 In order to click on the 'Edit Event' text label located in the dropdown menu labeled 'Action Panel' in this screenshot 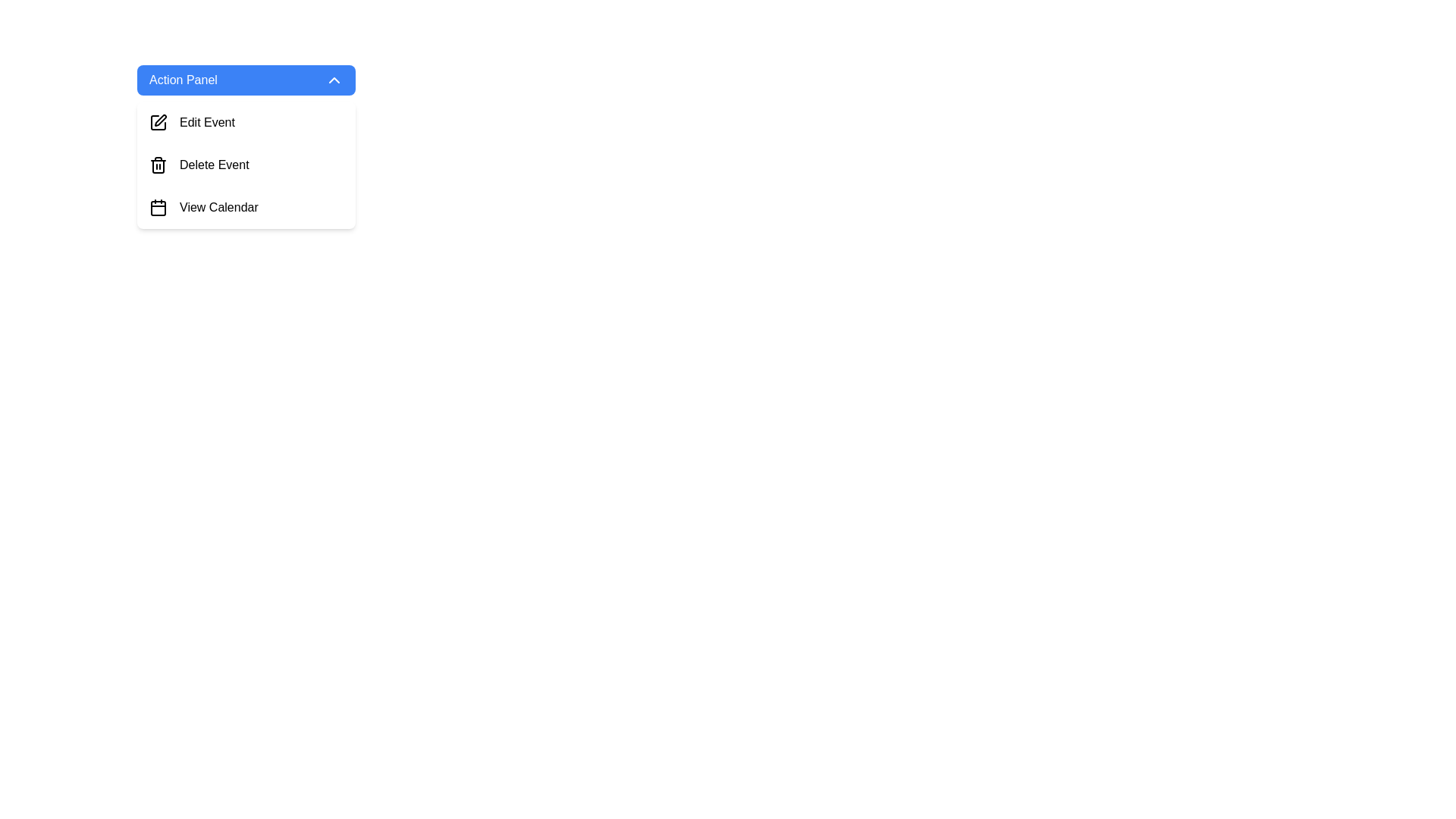, I will do `click(206, 122)`.